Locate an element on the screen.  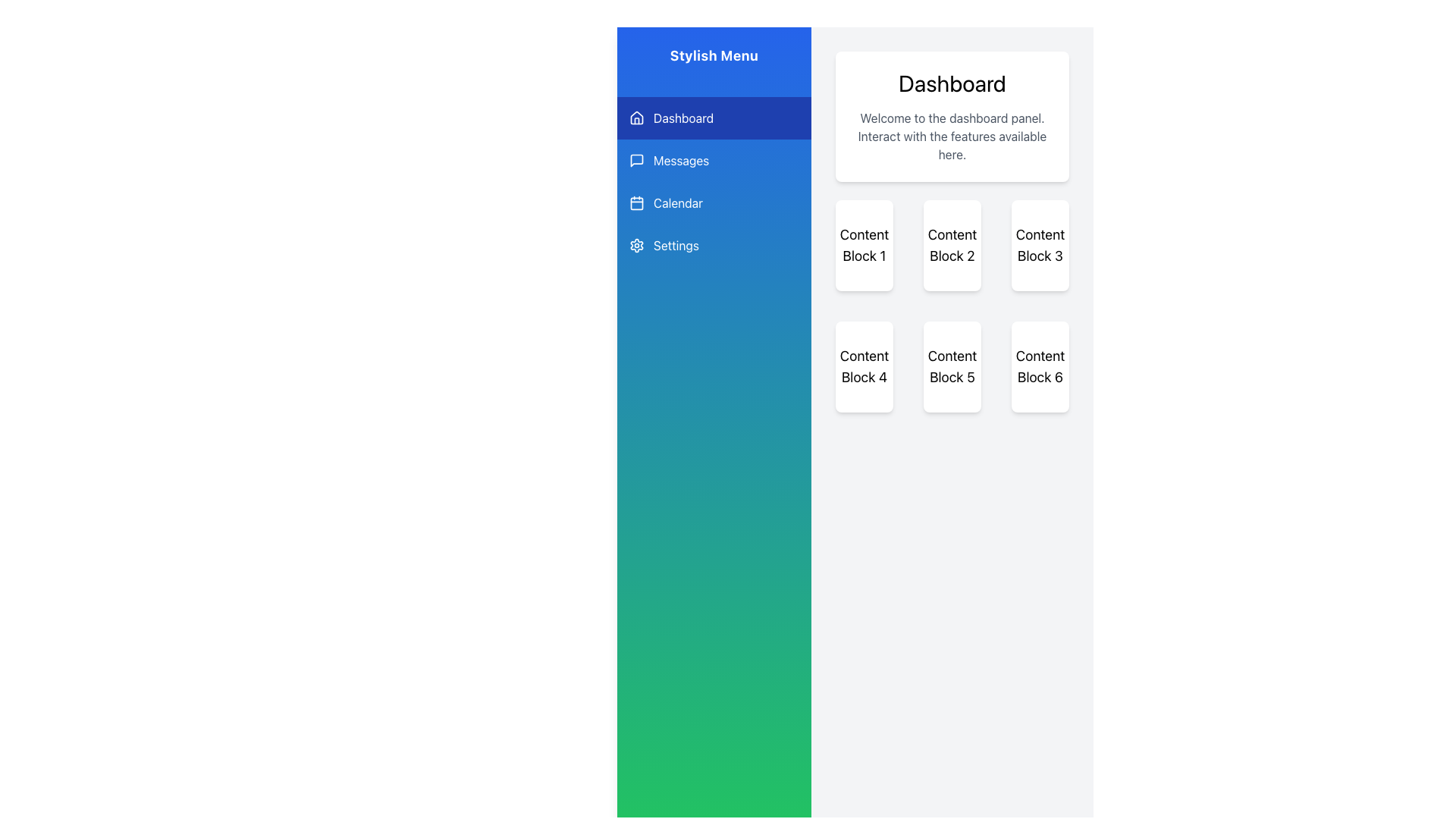
the house-shaped icon with a triangular roof and door, located next to the text 'Dashboard' in the vertical navigation bar is located at coordinates (637, 116).